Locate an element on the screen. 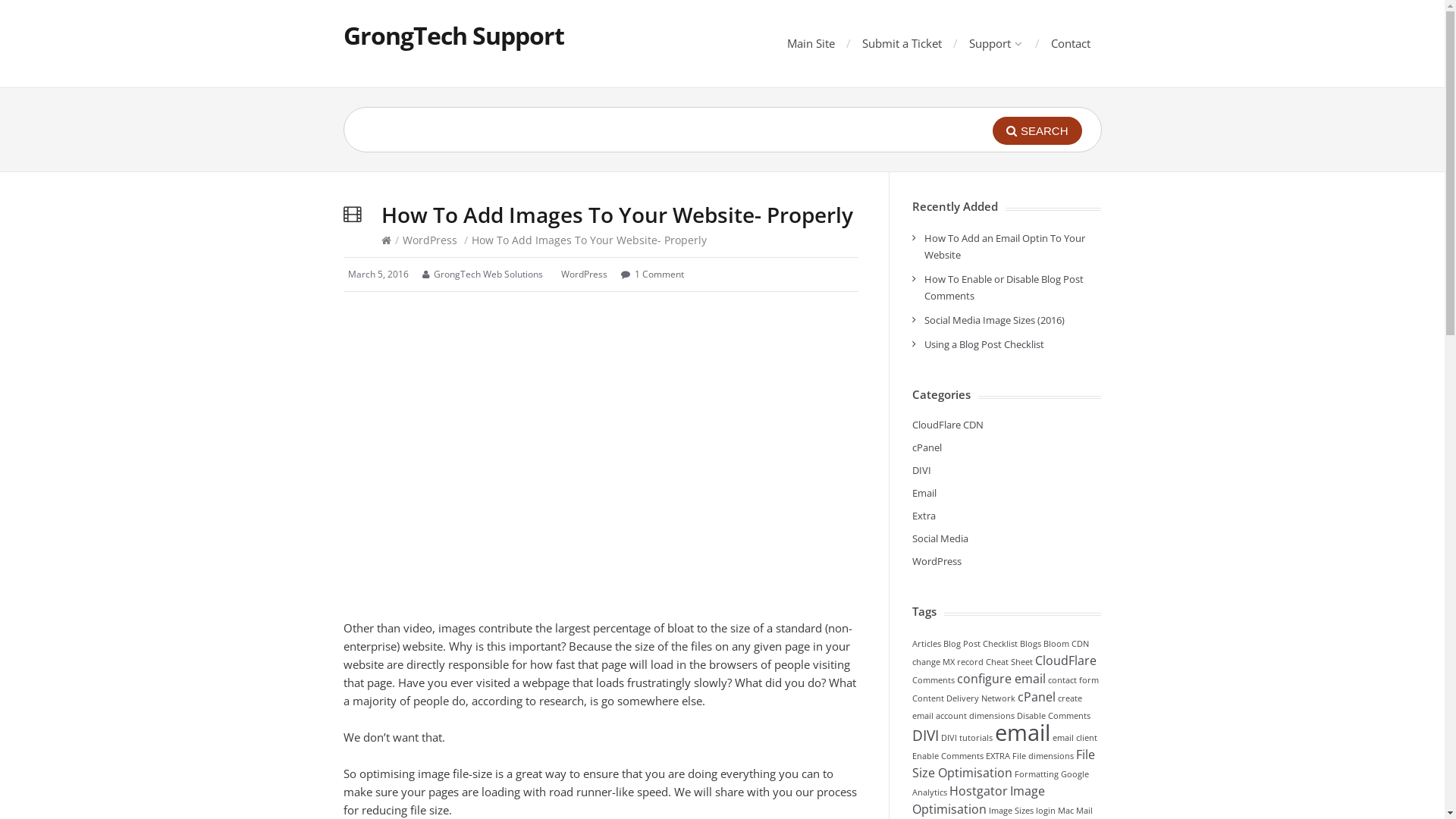  'change MX record' is located at coordinates (946, 661).